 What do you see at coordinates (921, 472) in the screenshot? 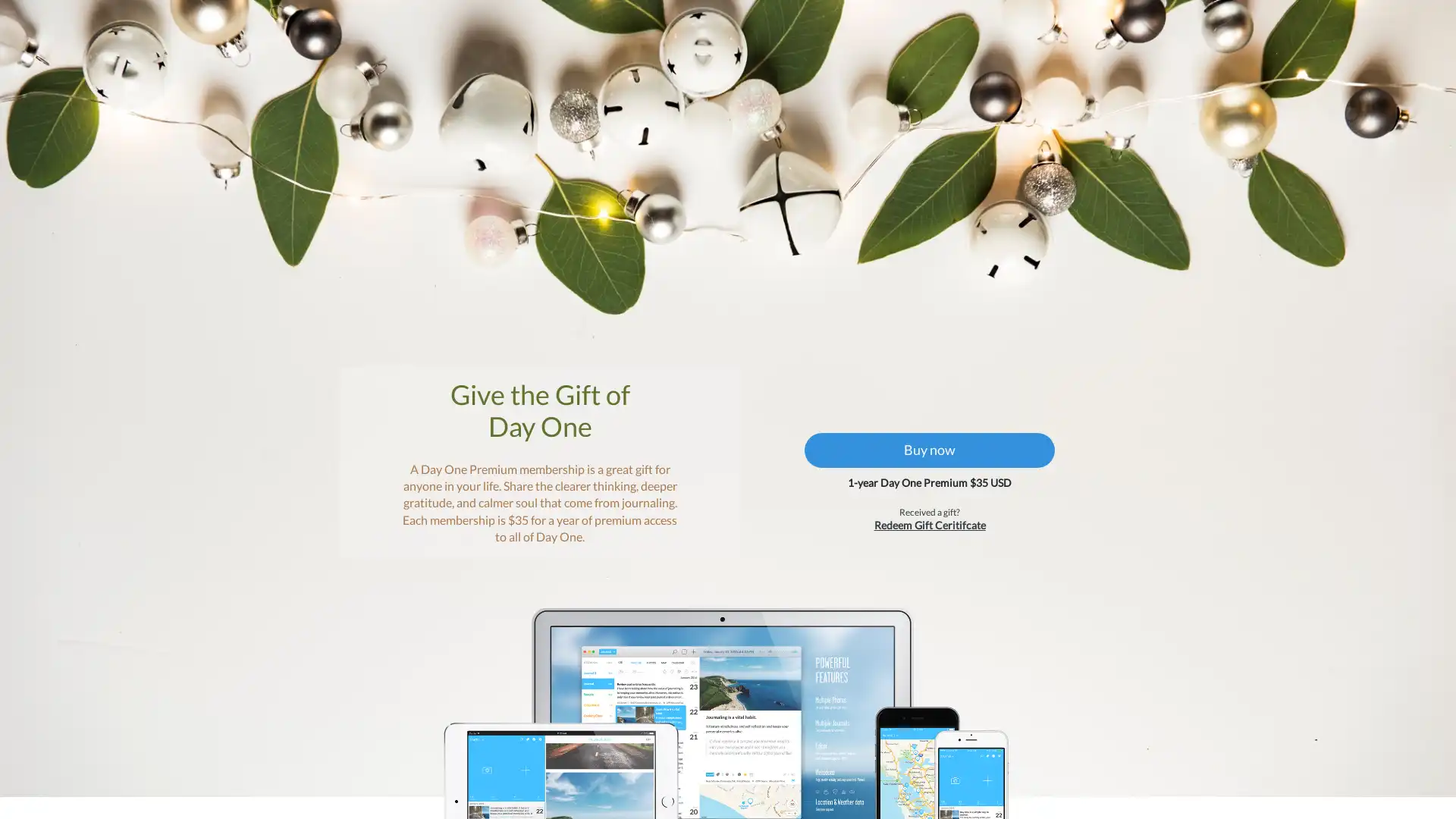
I see `Buy now` at bounding box center [921, 472].